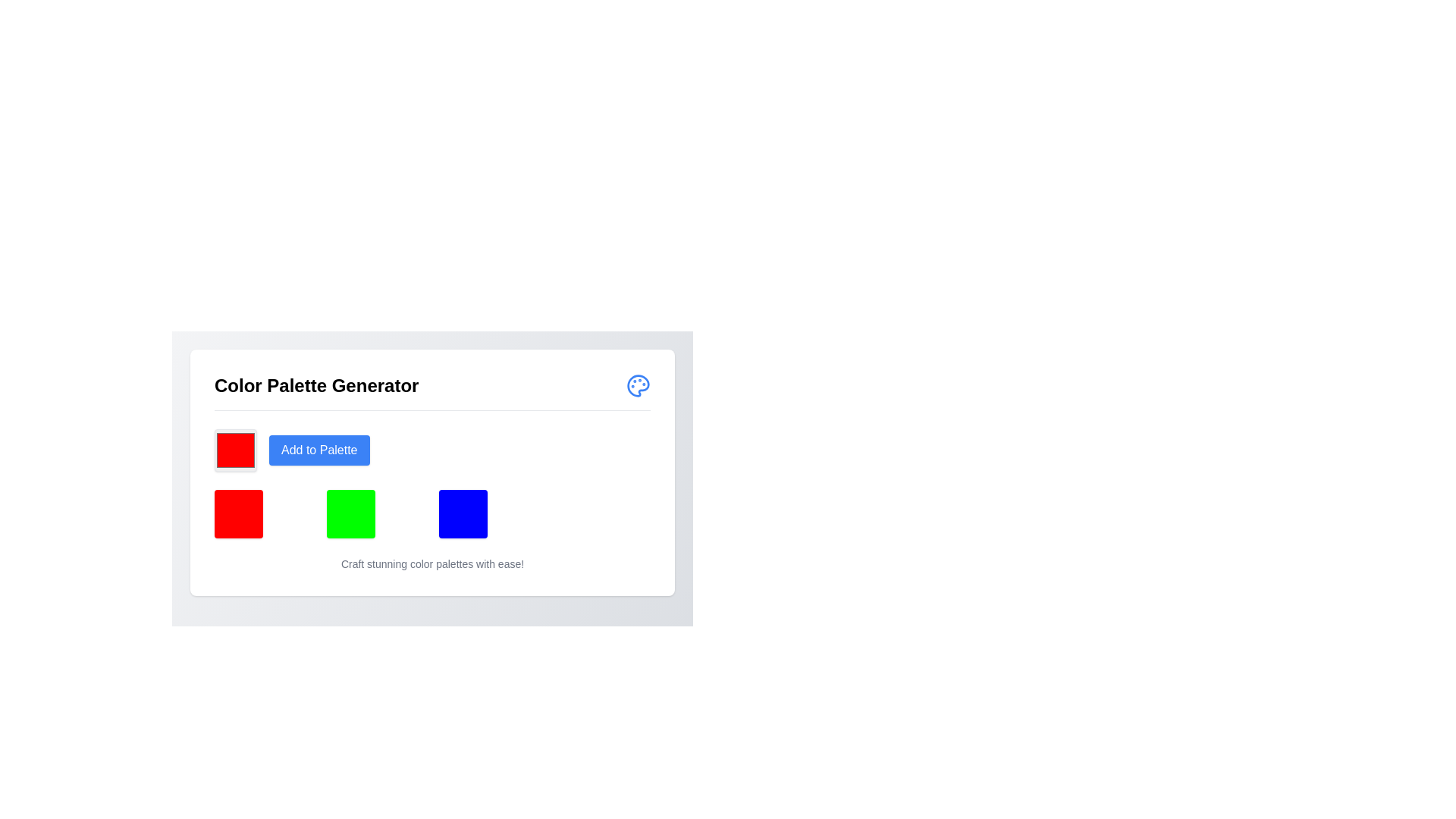 This screenshot has height=819, width=1456. What do you see at coordinates (318, 450) in the screenshot?
I see `the 'Add Color' button next to the red square color selector in the Color Palette Generator modal` at bounding box center [318, 450].